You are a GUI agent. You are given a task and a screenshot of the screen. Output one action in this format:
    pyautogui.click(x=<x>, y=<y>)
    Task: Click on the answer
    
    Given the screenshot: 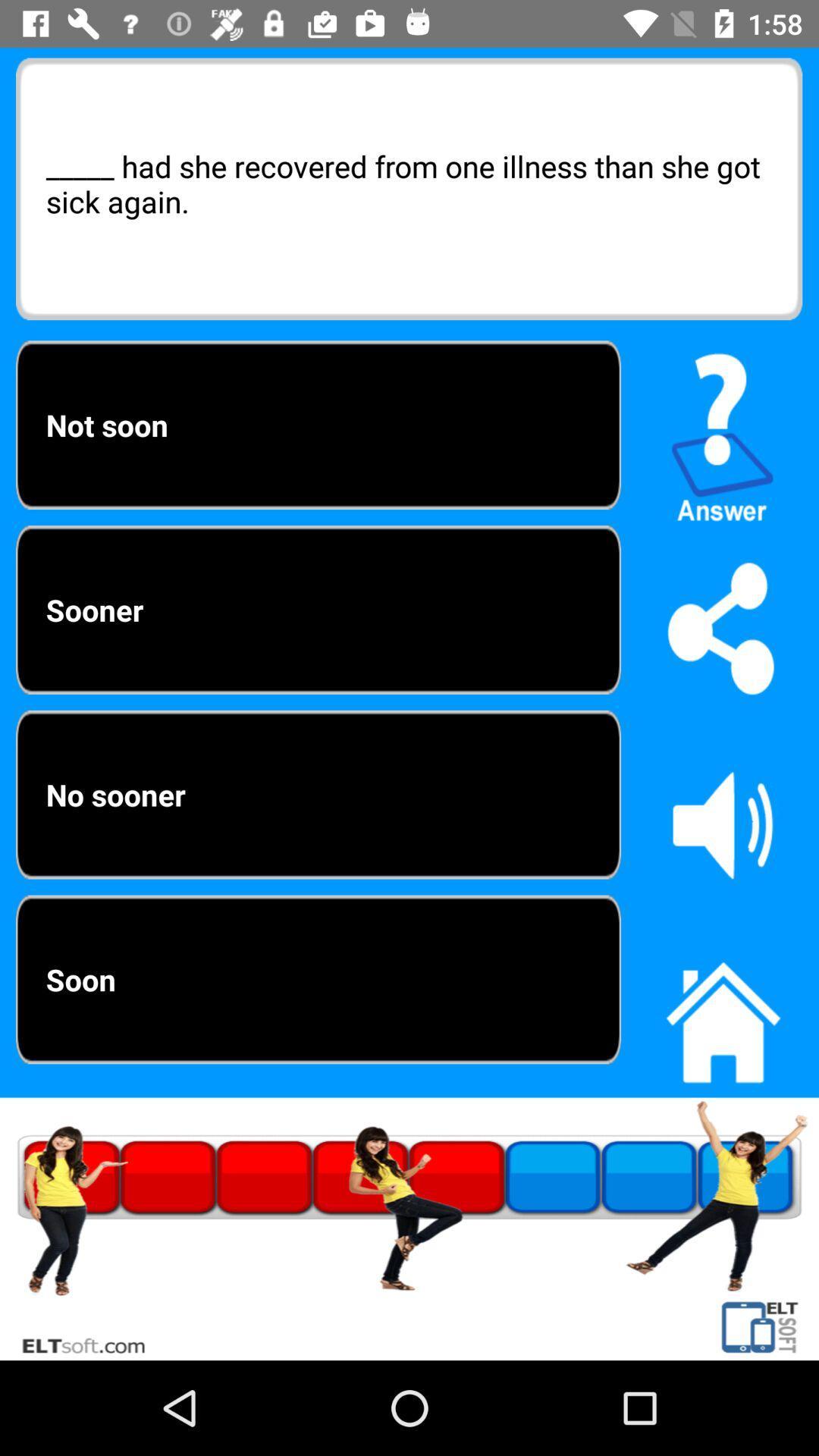 What is the action you would take?
    pyautogui.click(x=722, y=430)
    